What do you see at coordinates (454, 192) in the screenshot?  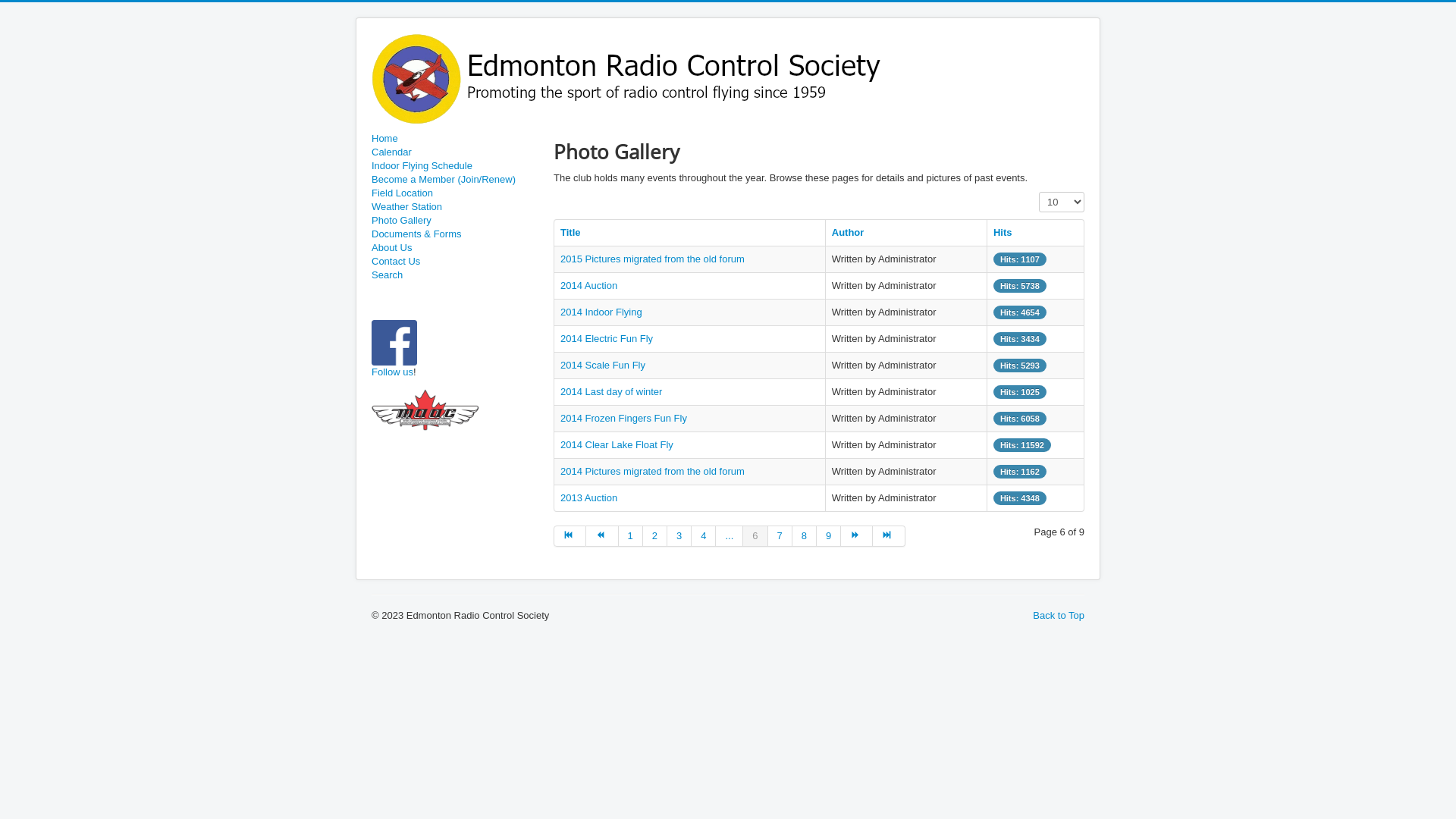 I see `'Field Location'` at bounding box center [454, 192].